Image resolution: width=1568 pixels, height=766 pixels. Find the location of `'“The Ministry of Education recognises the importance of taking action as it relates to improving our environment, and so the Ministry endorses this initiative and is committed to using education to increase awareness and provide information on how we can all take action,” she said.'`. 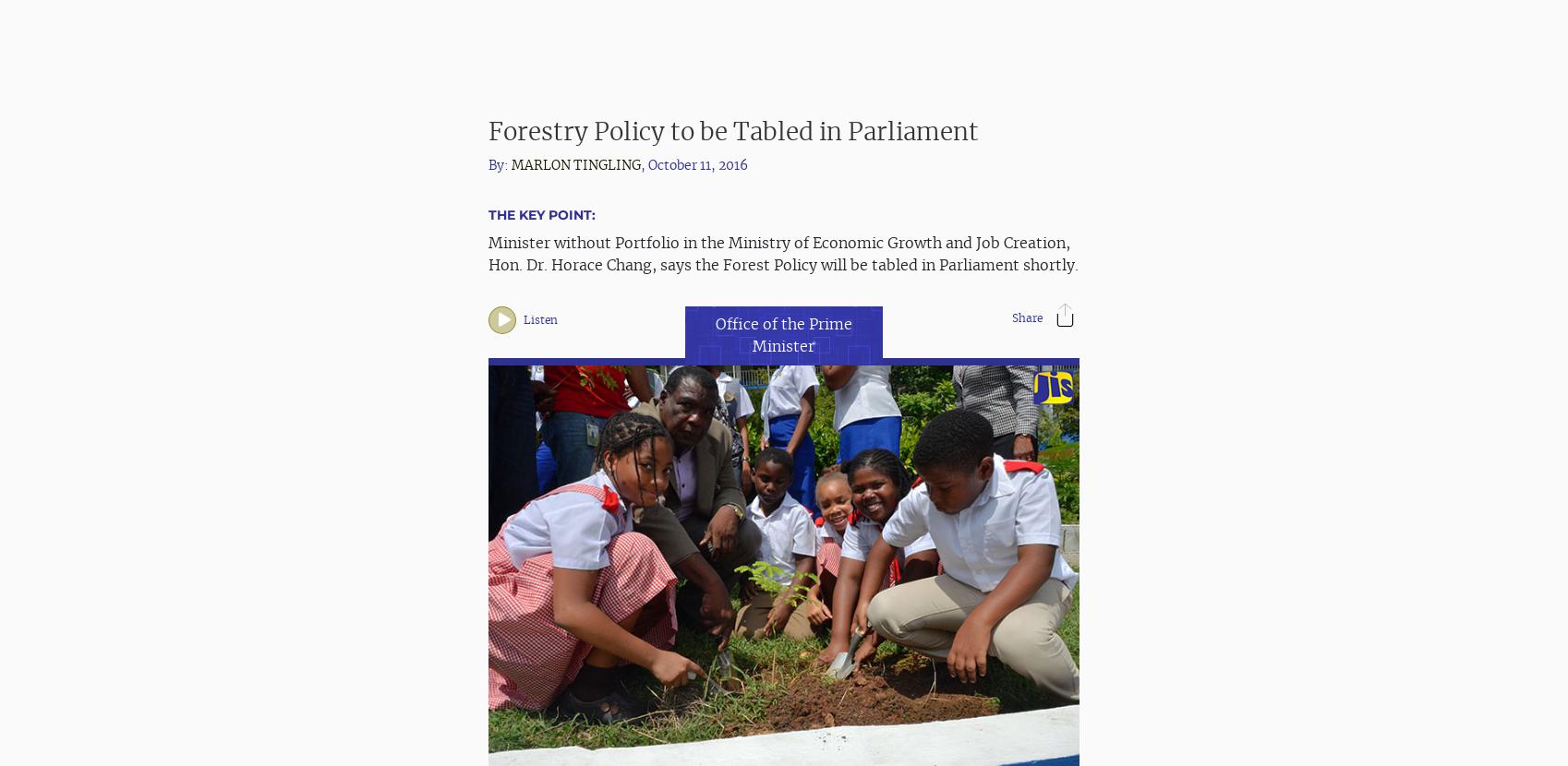

'“The Ministry of Education recognises the importance of taking action as it relates to improving our environment, and so the Ministry endorses this initiative and is committed to using education to increase awareness and provide information on how we can all take action,” she said.' is located at coordinates (488, 341).